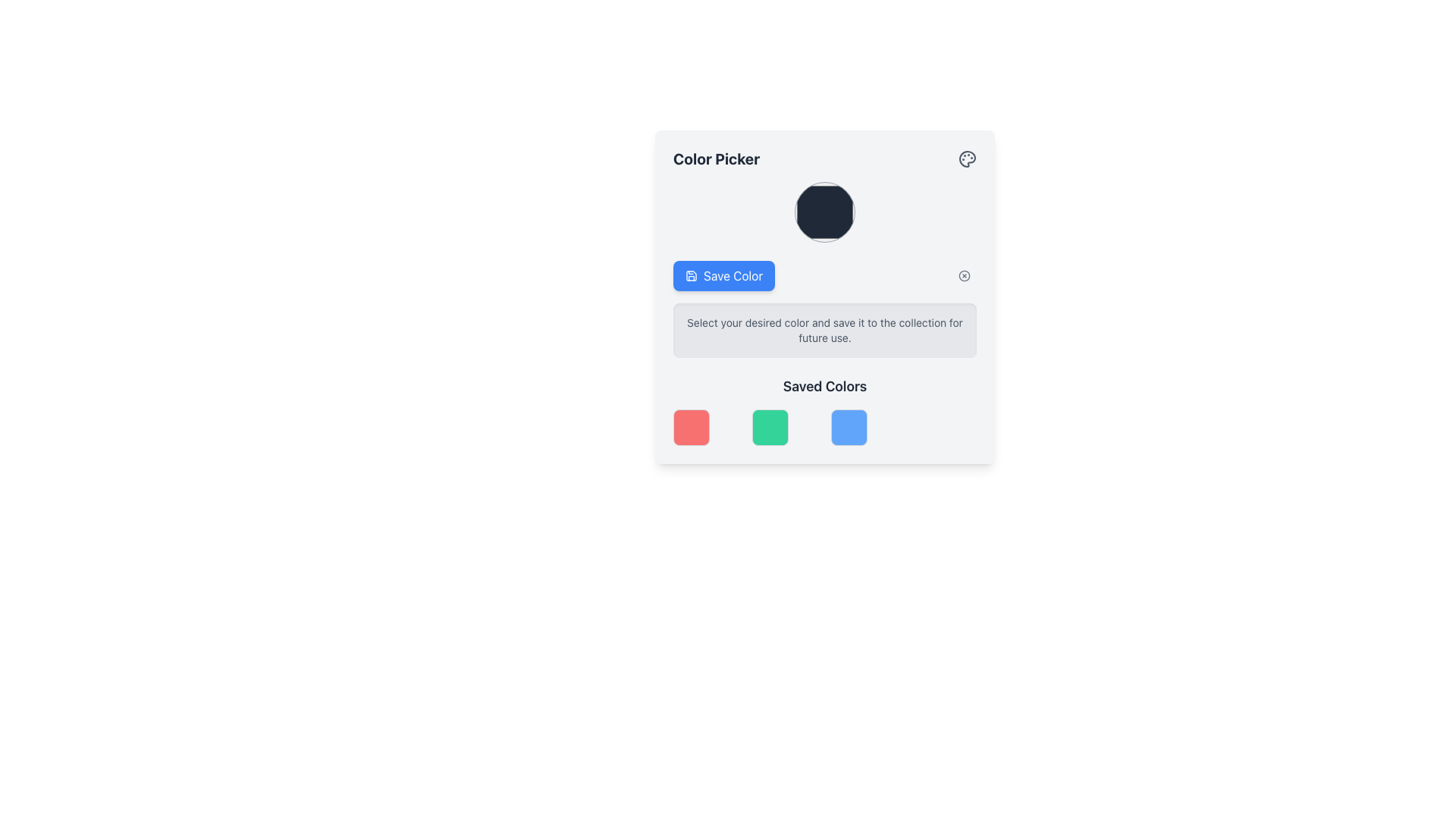 This screenshot has width=1456, height=819. I want to click on the Text Block that provides a description for selecting a color and saving it, located below the 'Save Color' button and above the 'Saved Colors' section in the color picking interface card, so click(824, 329).